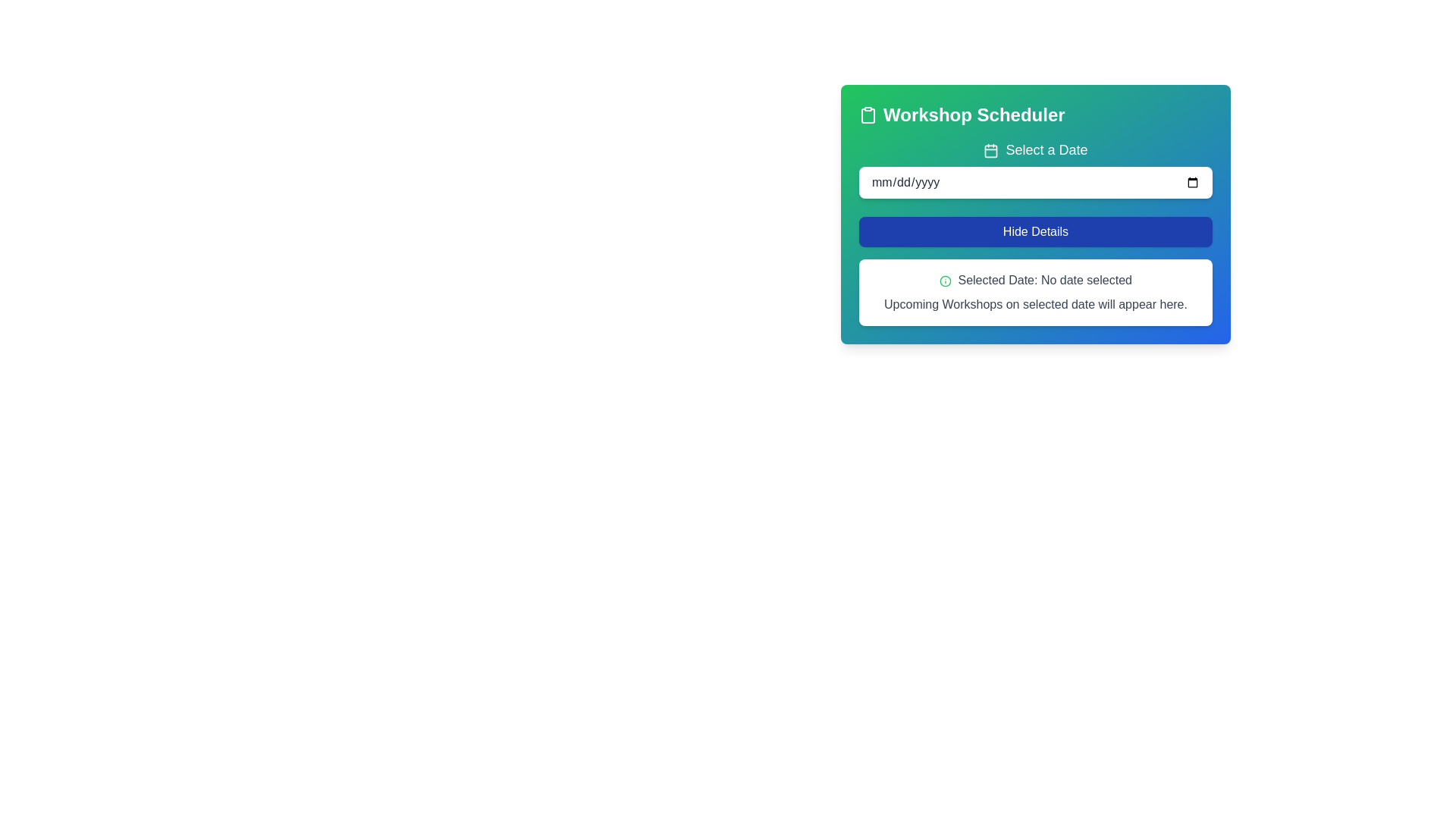  I want to click on the calendar icon located to the left of the label in the date input field beneath the 'Workshop Scheduler' title, so click(1035, 169).